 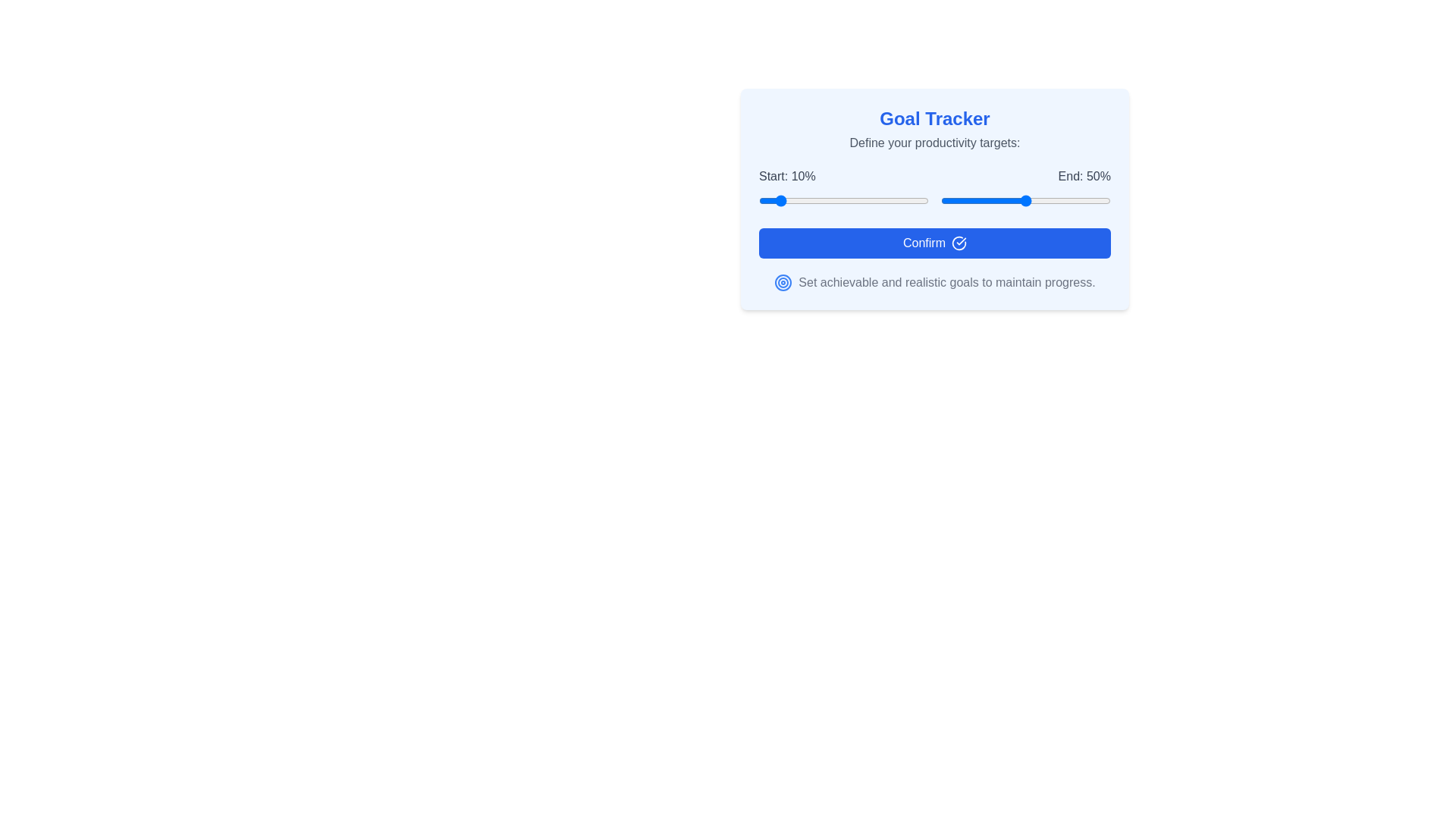 I want to click on the decorative outer circle of the 'Check' icon, which signifies success or confirmation visually, located between the text 'Confirm' and the surrounding button area, so click(x=959, y=242).